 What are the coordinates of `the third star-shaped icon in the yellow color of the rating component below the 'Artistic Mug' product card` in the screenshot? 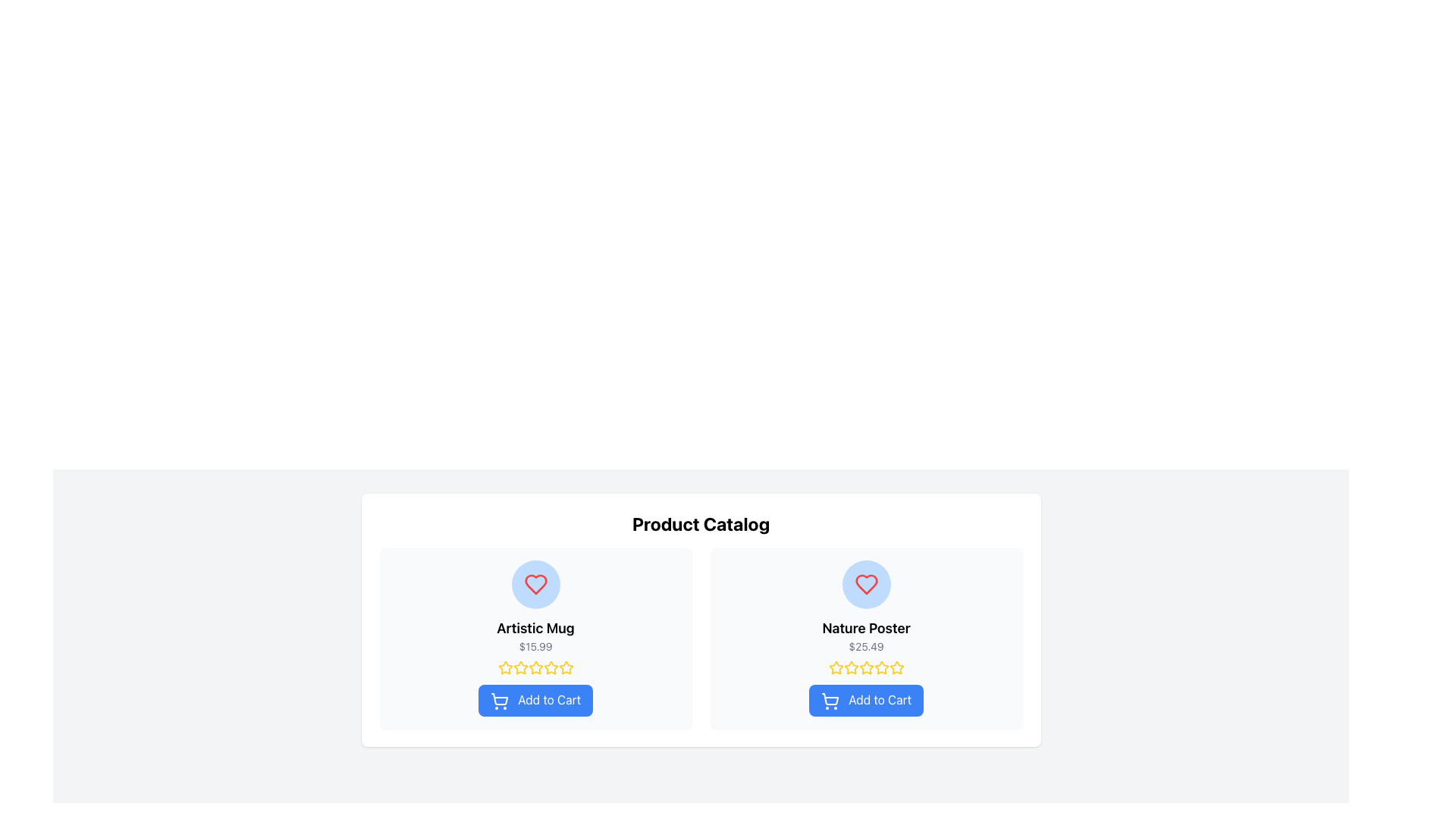 It's located at (550, 667).